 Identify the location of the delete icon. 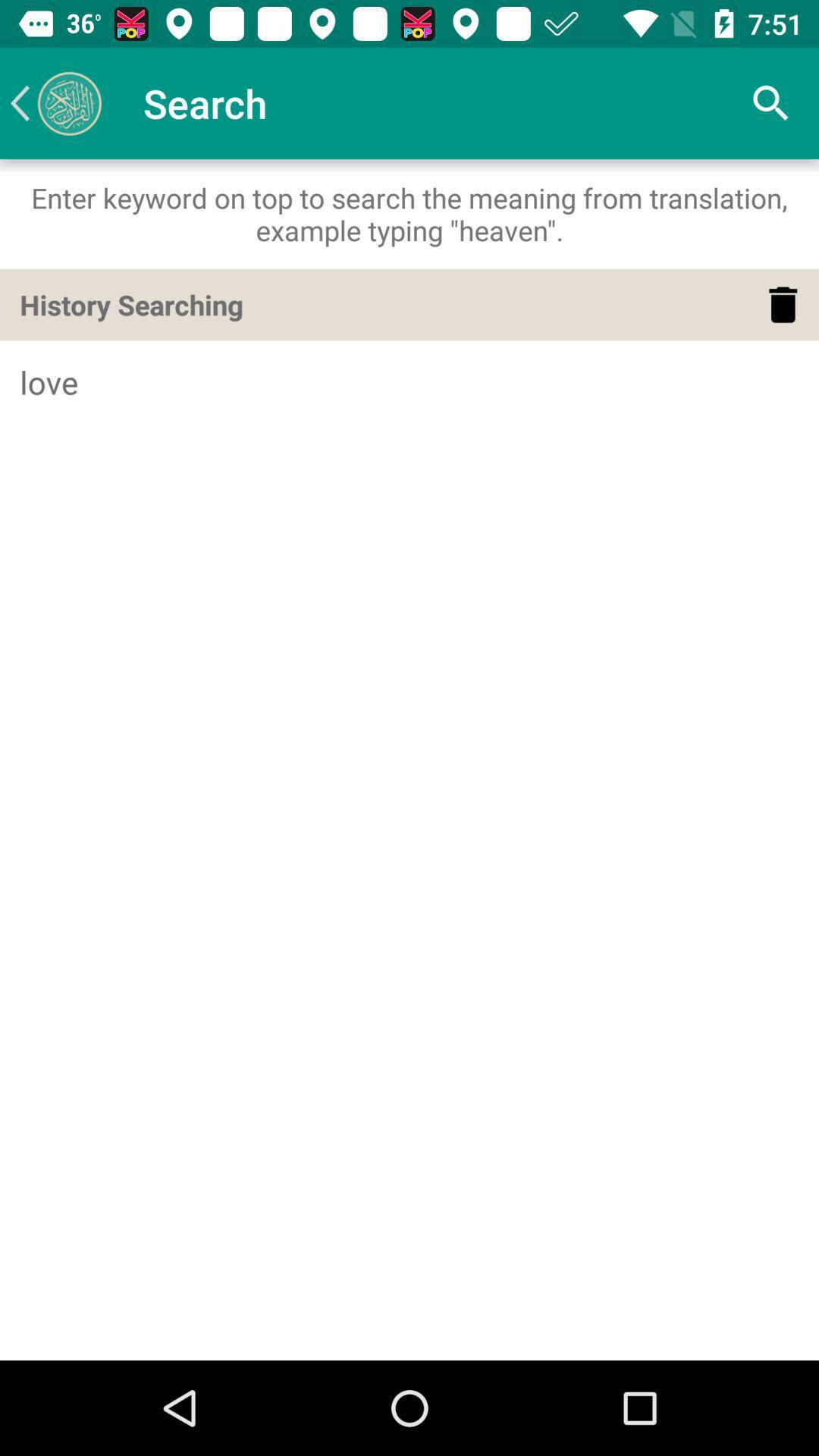
(783, 304).